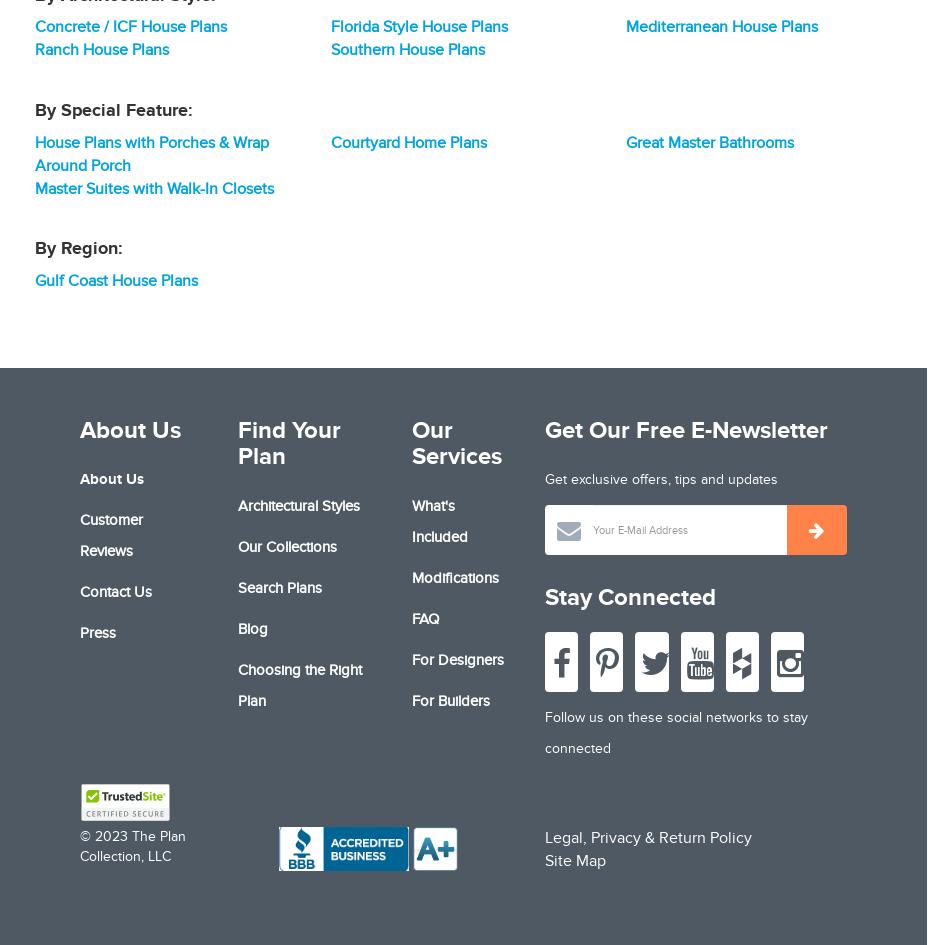  I want to click on 'Follow us on these social networks to stay connected', so click(675, 731).